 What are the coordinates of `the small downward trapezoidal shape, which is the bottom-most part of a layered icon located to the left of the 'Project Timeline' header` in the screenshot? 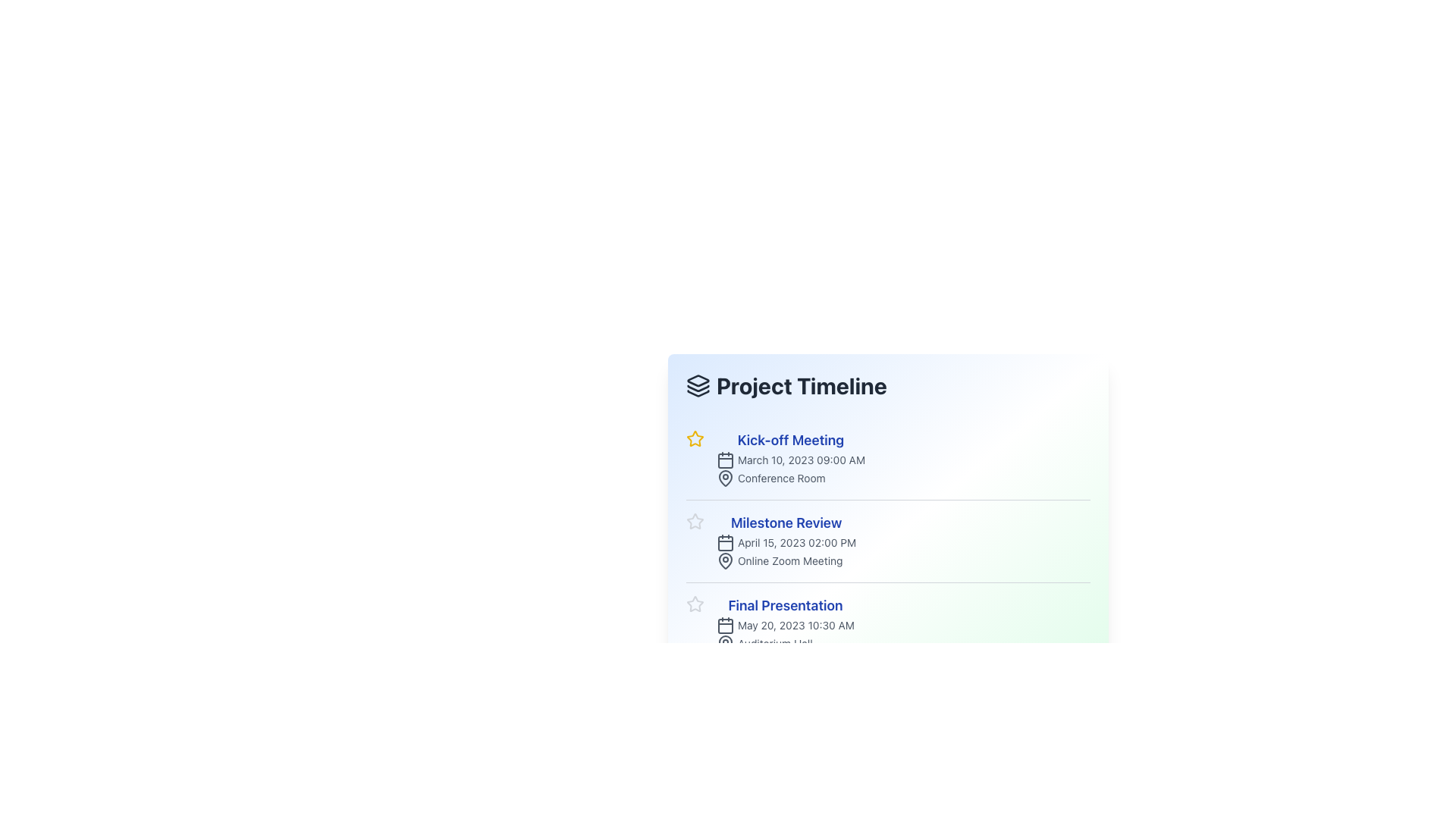 It's located at (698, 393).